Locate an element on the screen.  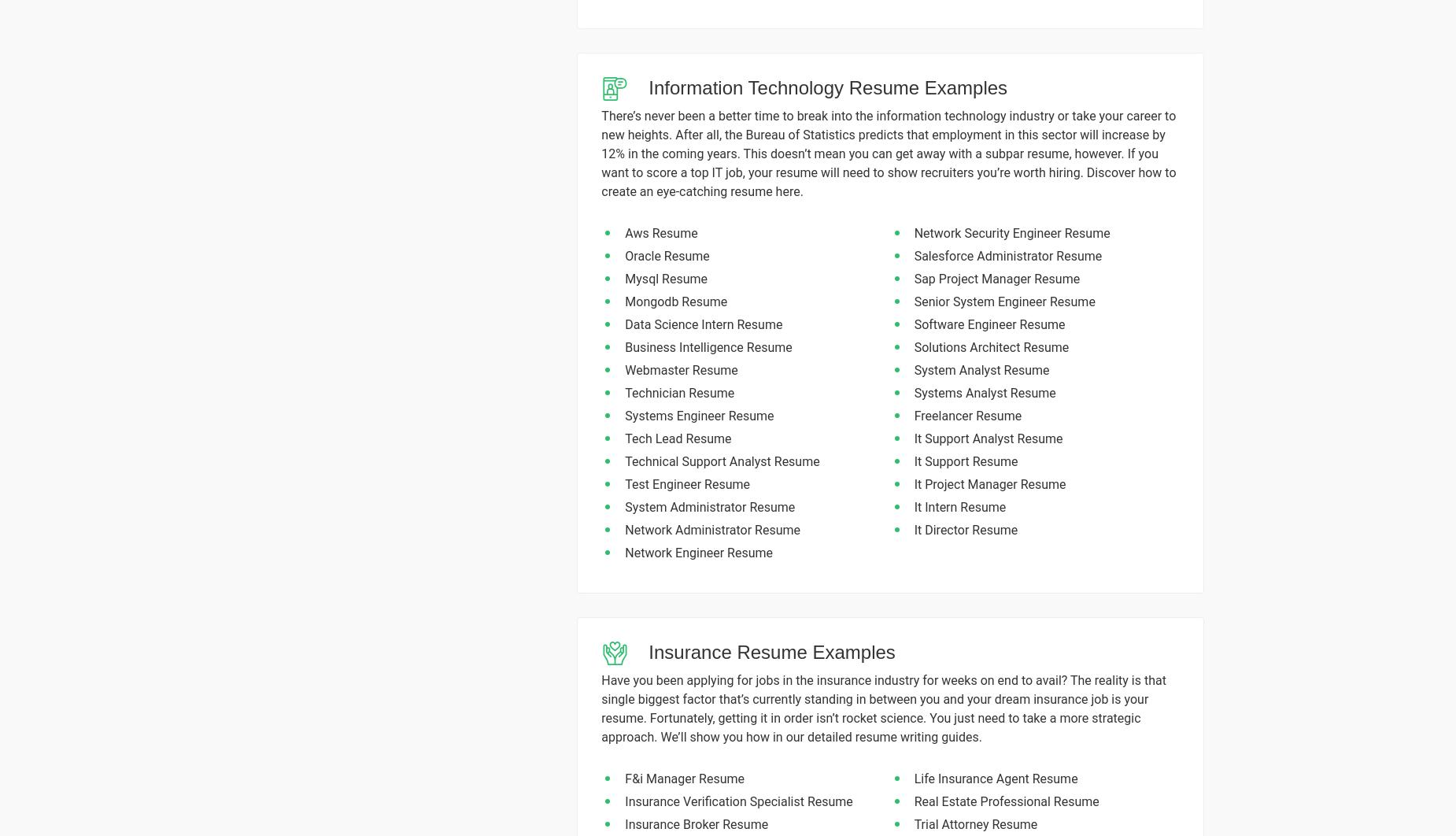
'Software Engineer Resume' is located at coordinates (989, 324).